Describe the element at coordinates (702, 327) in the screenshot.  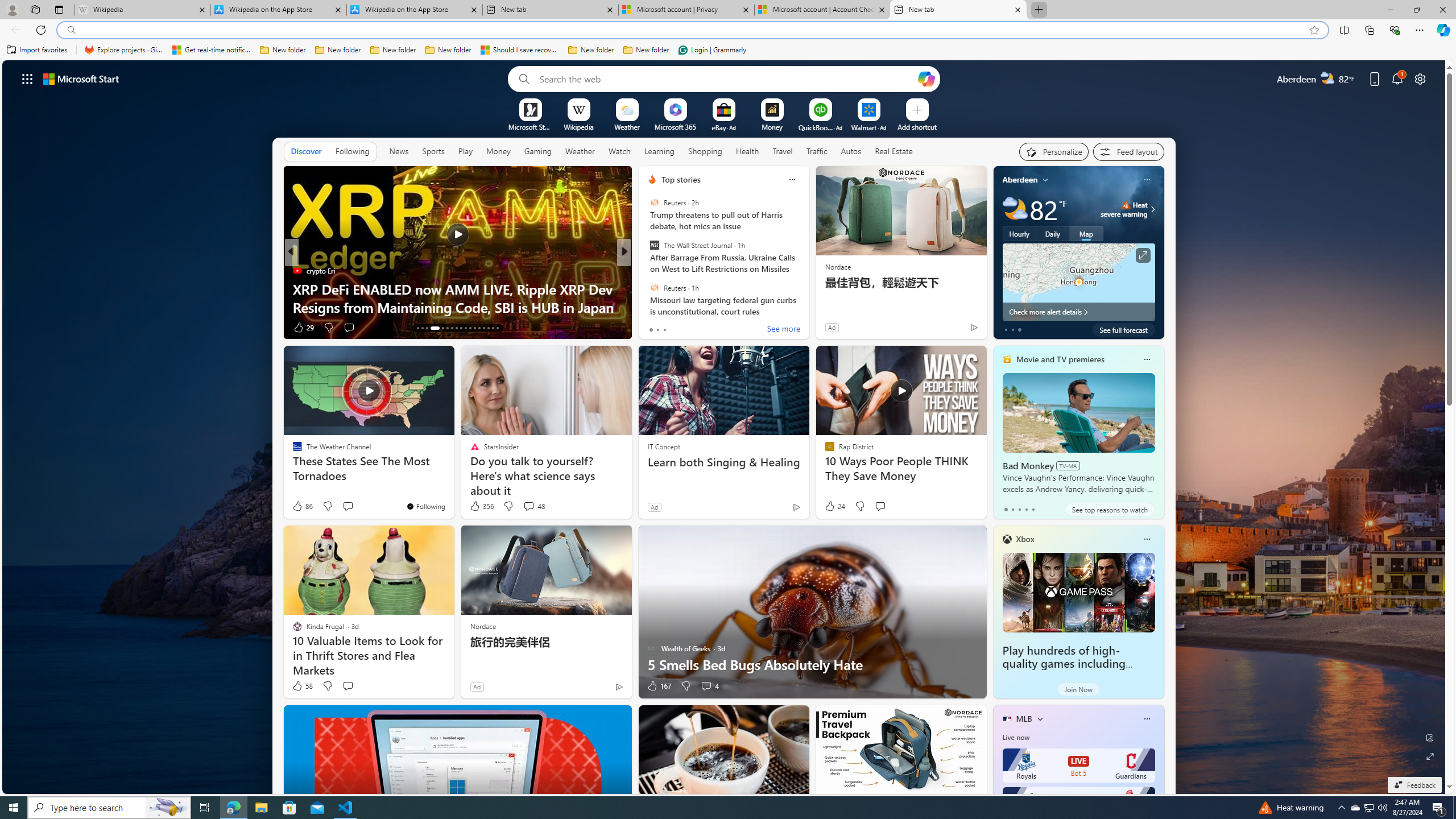
I see `'View comments 5 Comment'` at that location.